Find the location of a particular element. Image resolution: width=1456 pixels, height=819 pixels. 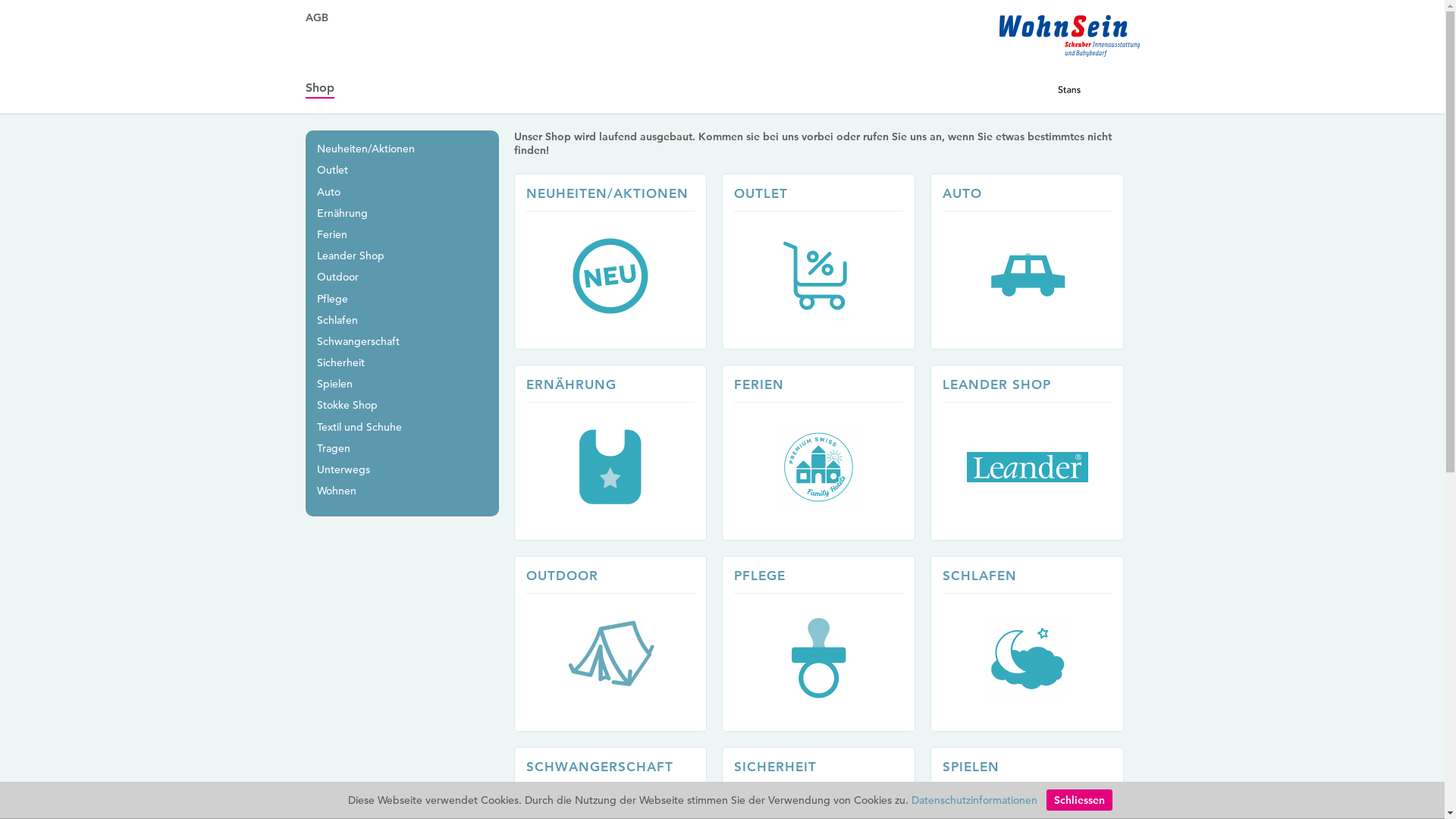

'LEANDER SHOP' is located at coordinates (1034, 452).